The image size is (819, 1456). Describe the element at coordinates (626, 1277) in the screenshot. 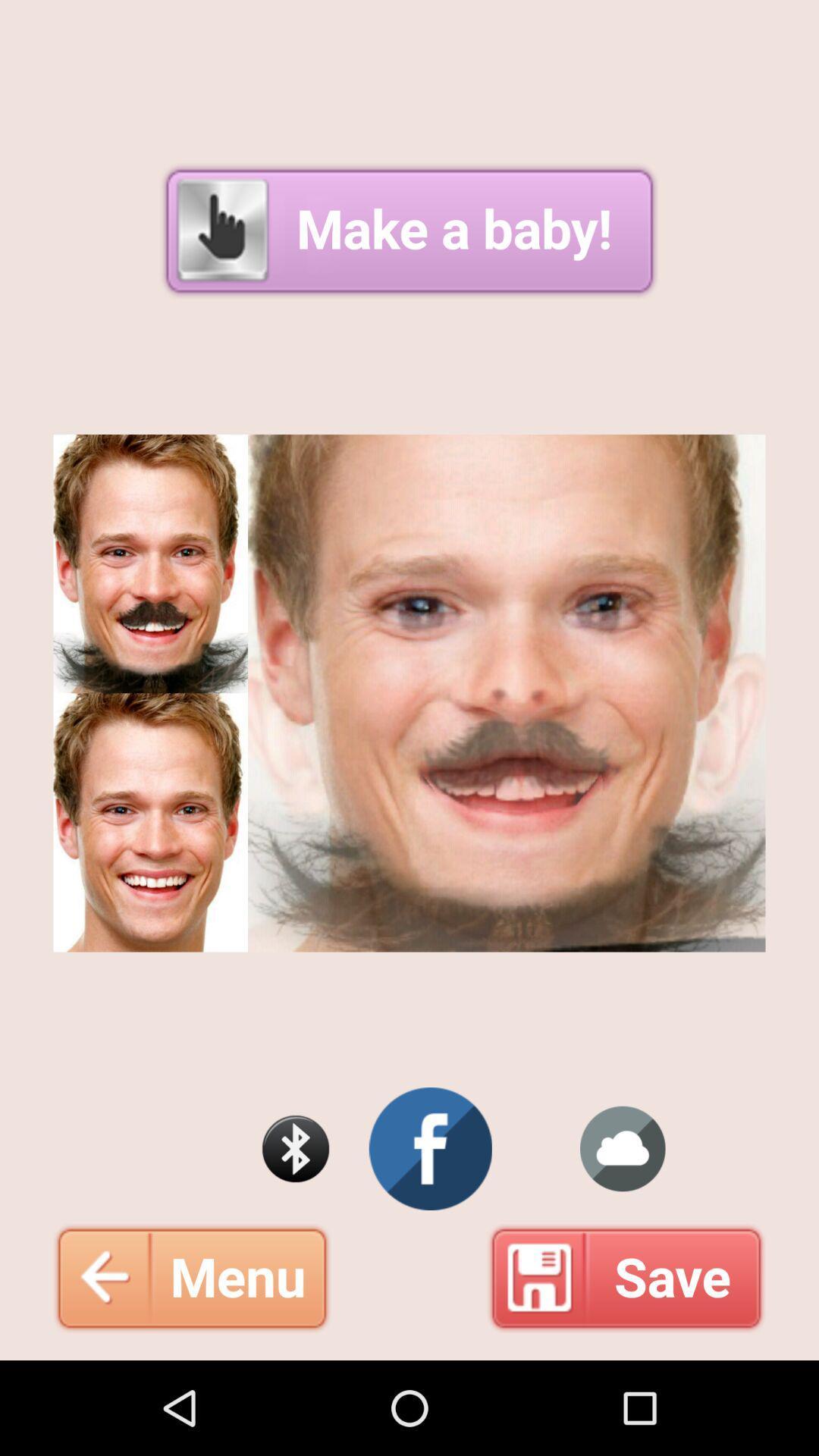

I see `the save` at that location.